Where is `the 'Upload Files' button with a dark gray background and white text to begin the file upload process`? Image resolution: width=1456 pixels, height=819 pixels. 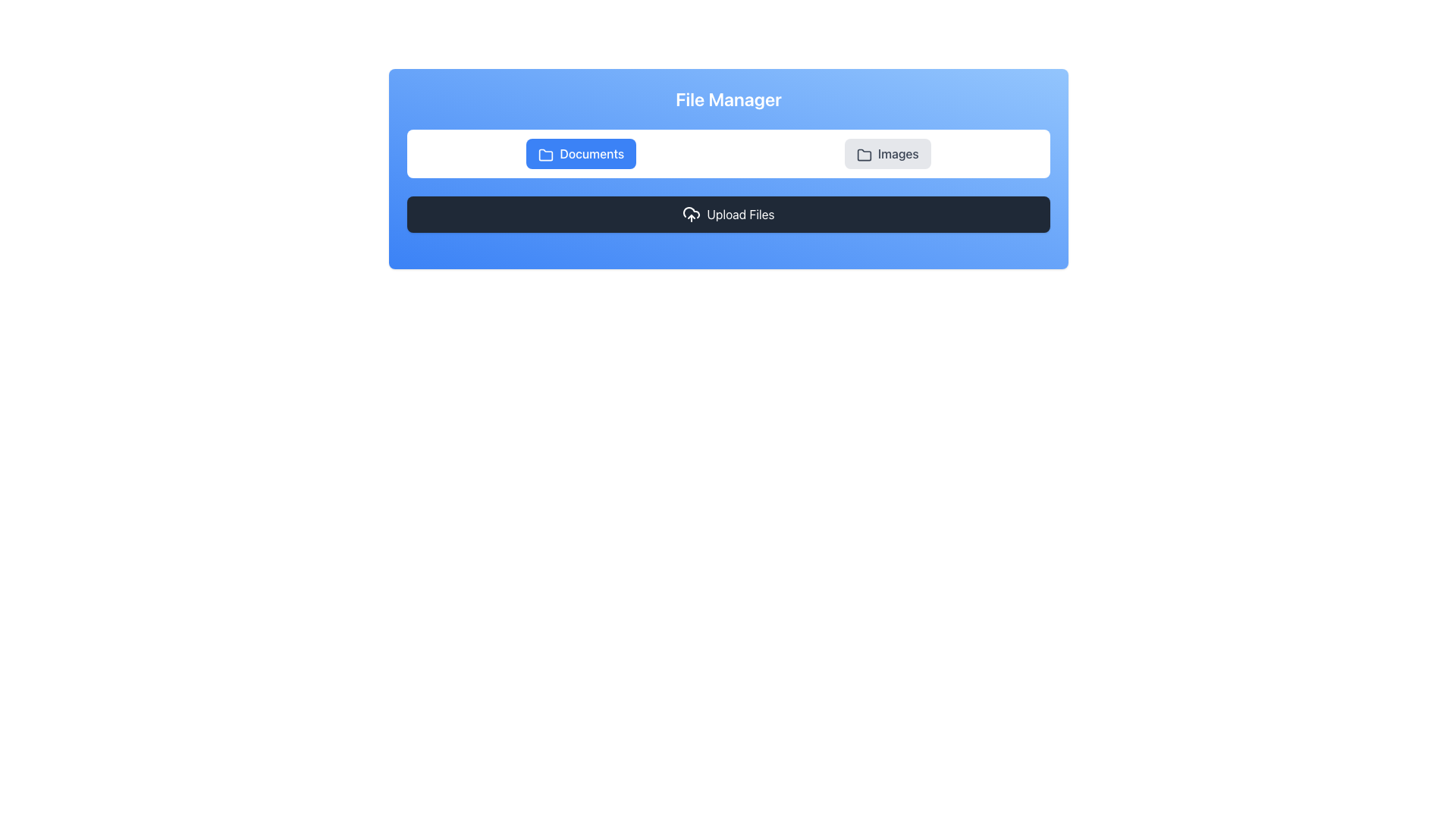 the 'Upload Files' button with a dark gray background and white text to begin the file upload process is located at coordinates (728, 214).